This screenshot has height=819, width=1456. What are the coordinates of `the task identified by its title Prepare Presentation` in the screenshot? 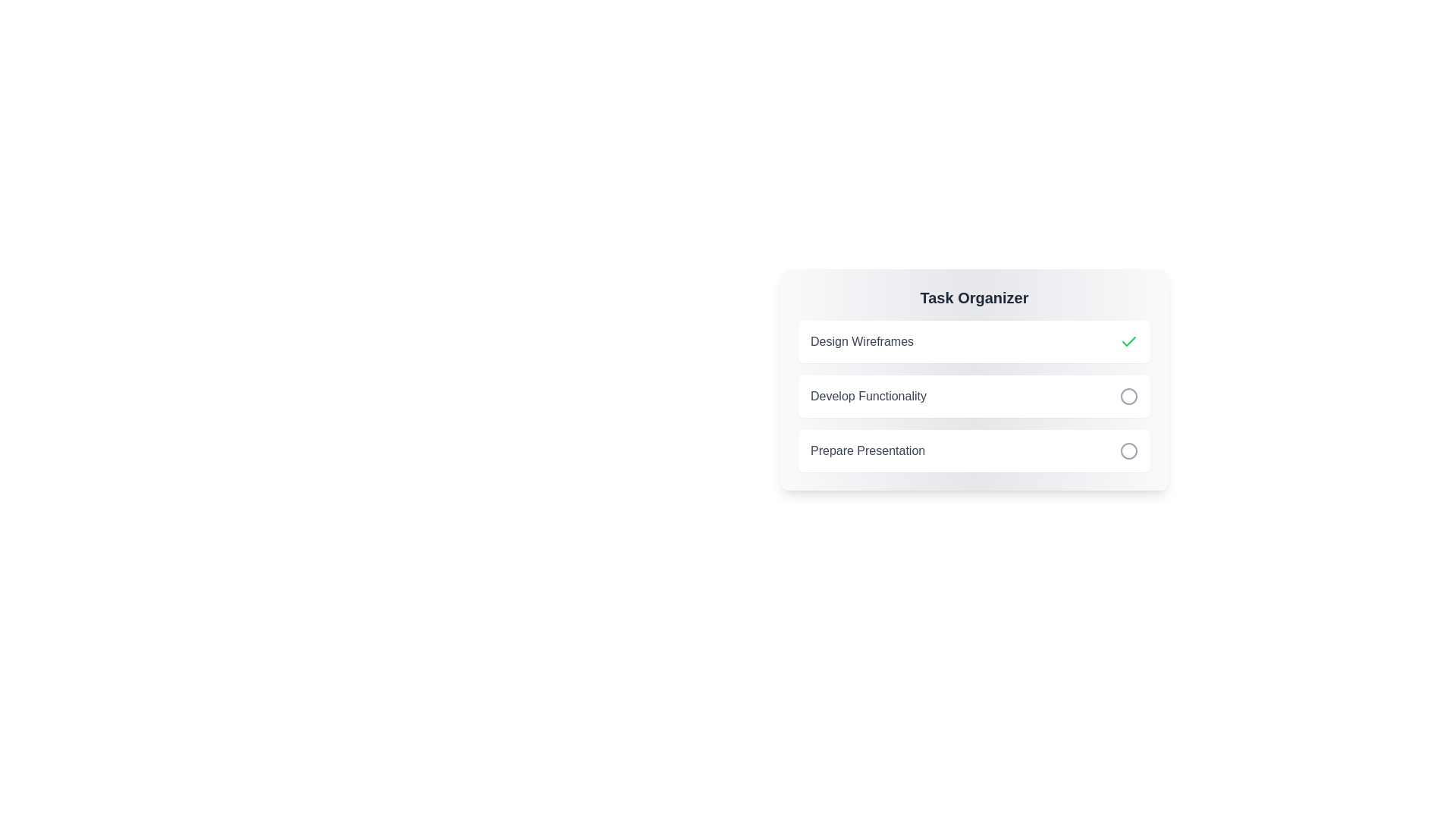 It's located at (1128, 450).